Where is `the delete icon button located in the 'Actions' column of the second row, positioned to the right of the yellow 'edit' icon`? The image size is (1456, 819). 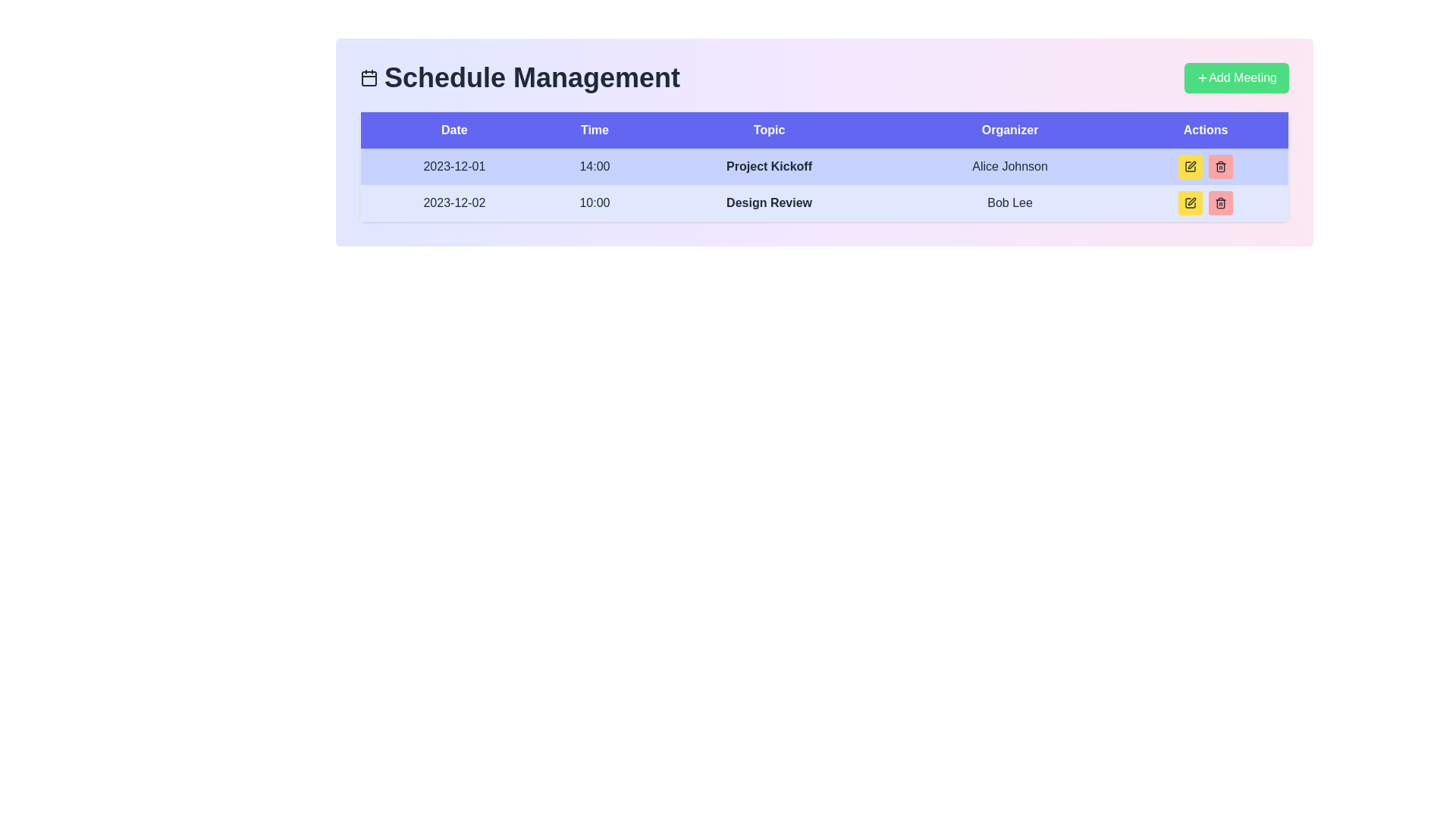 the delete icon button located in the 'Actions' column of the second row, positioned to the right of the yellow 'edit' icon is located at coordinates (1221, 166).